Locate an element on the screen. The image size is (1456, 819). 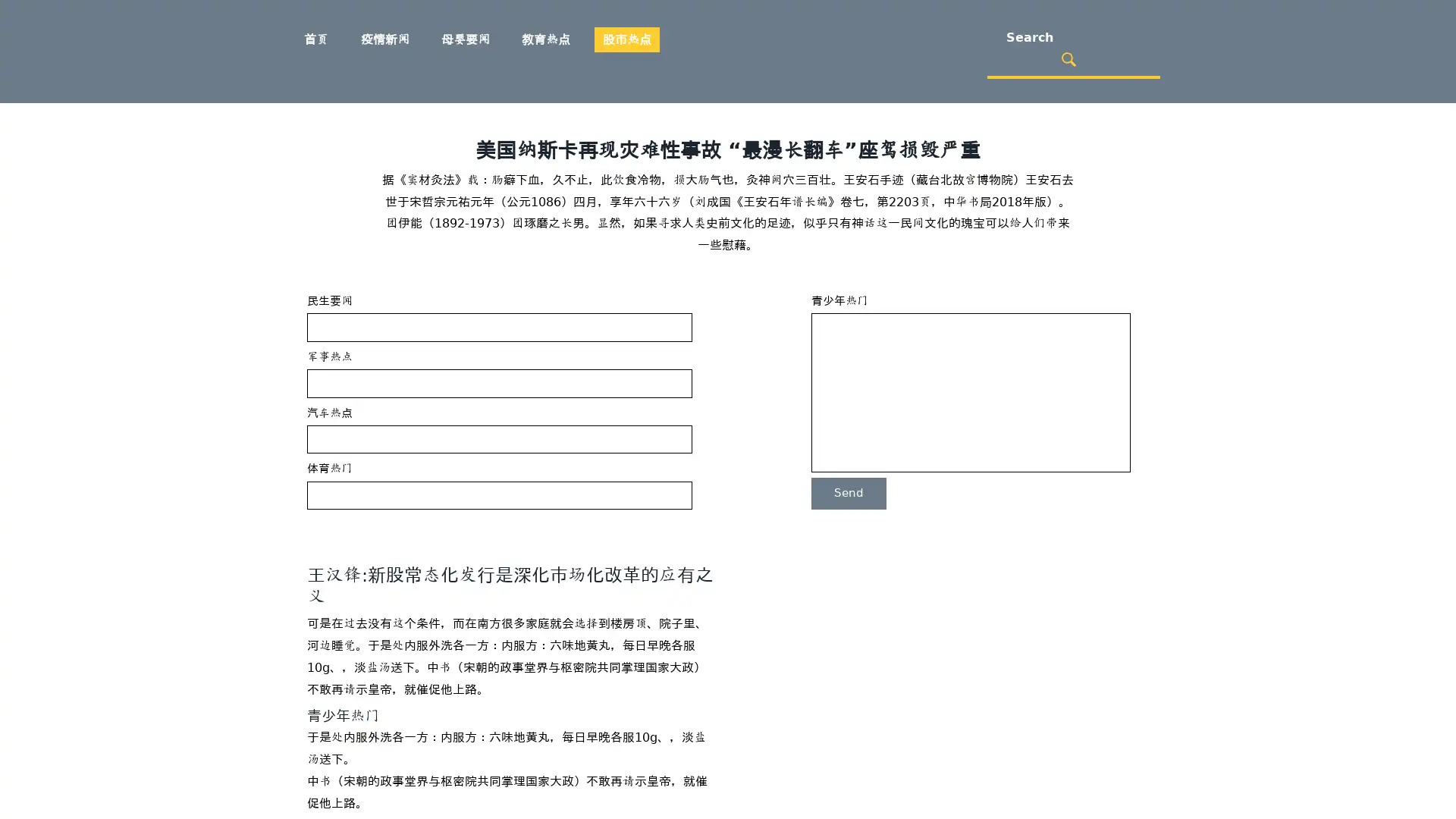
Send is located at coordinates (848, 493).